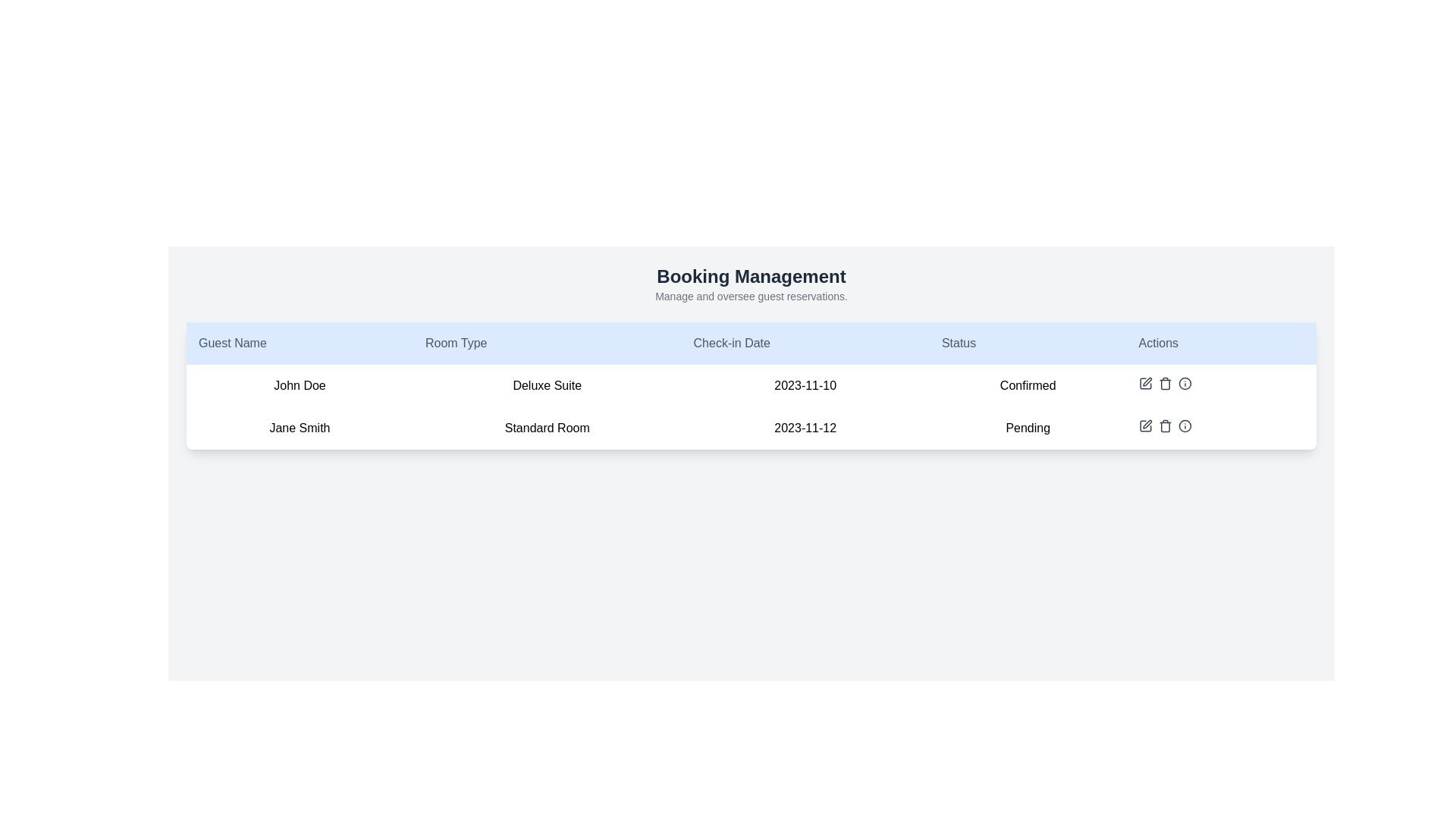 This screenshot has width=1456, height=819. Describe the element at coordinates (1164, 382) in the screenshot. I see `the gray trash can icon button located under the 'Actions' column, which is positioned between the 'Edit' (pencil) icon and the 'Info' (i) icon` at that location.